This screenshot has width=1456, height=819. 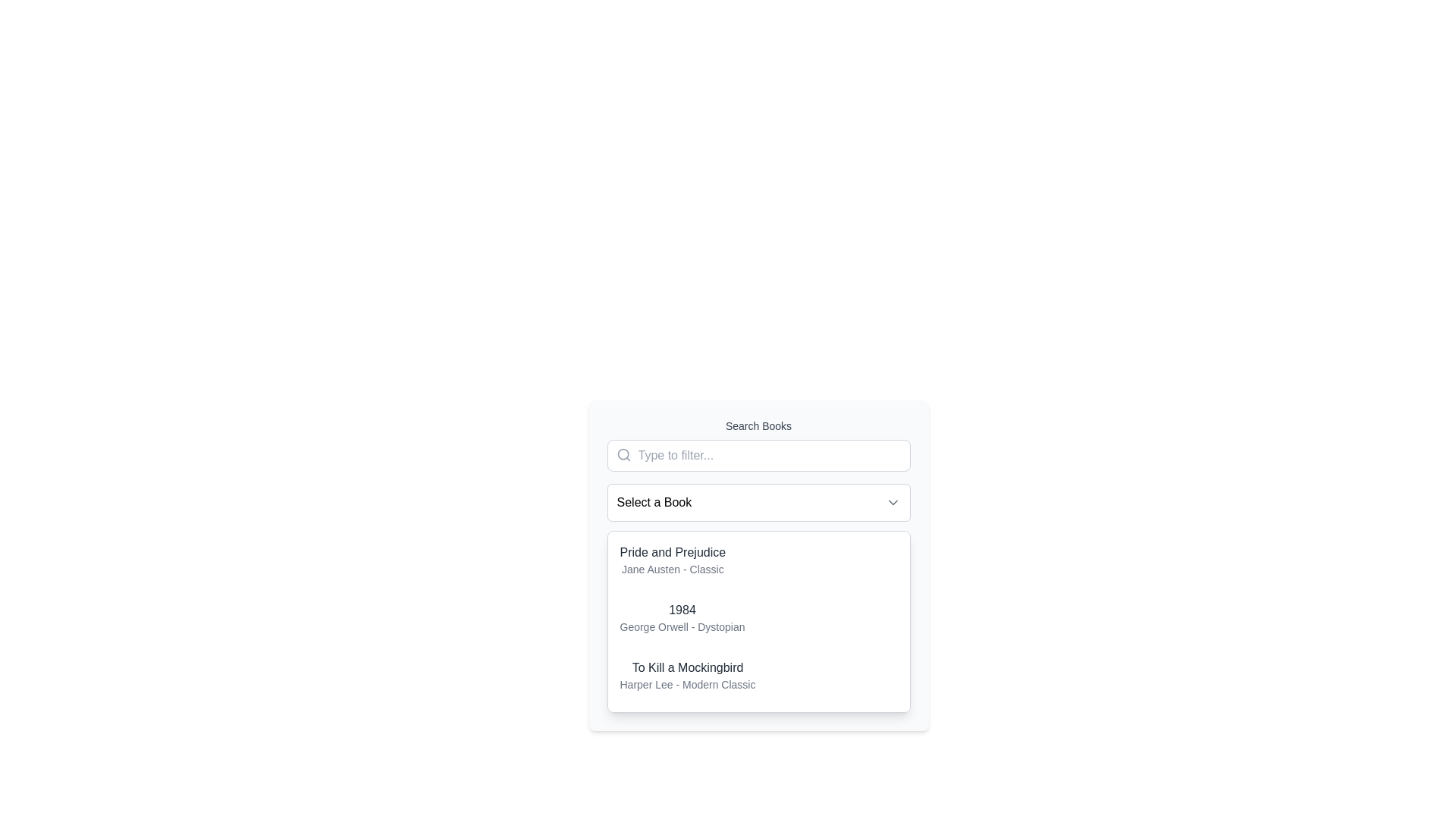 I want to click on the text label displaying the book title 'To Kill a Mockingbird', which is located under the option 'Select a Book' and is the last item in the list, so click(x=687, y=667).